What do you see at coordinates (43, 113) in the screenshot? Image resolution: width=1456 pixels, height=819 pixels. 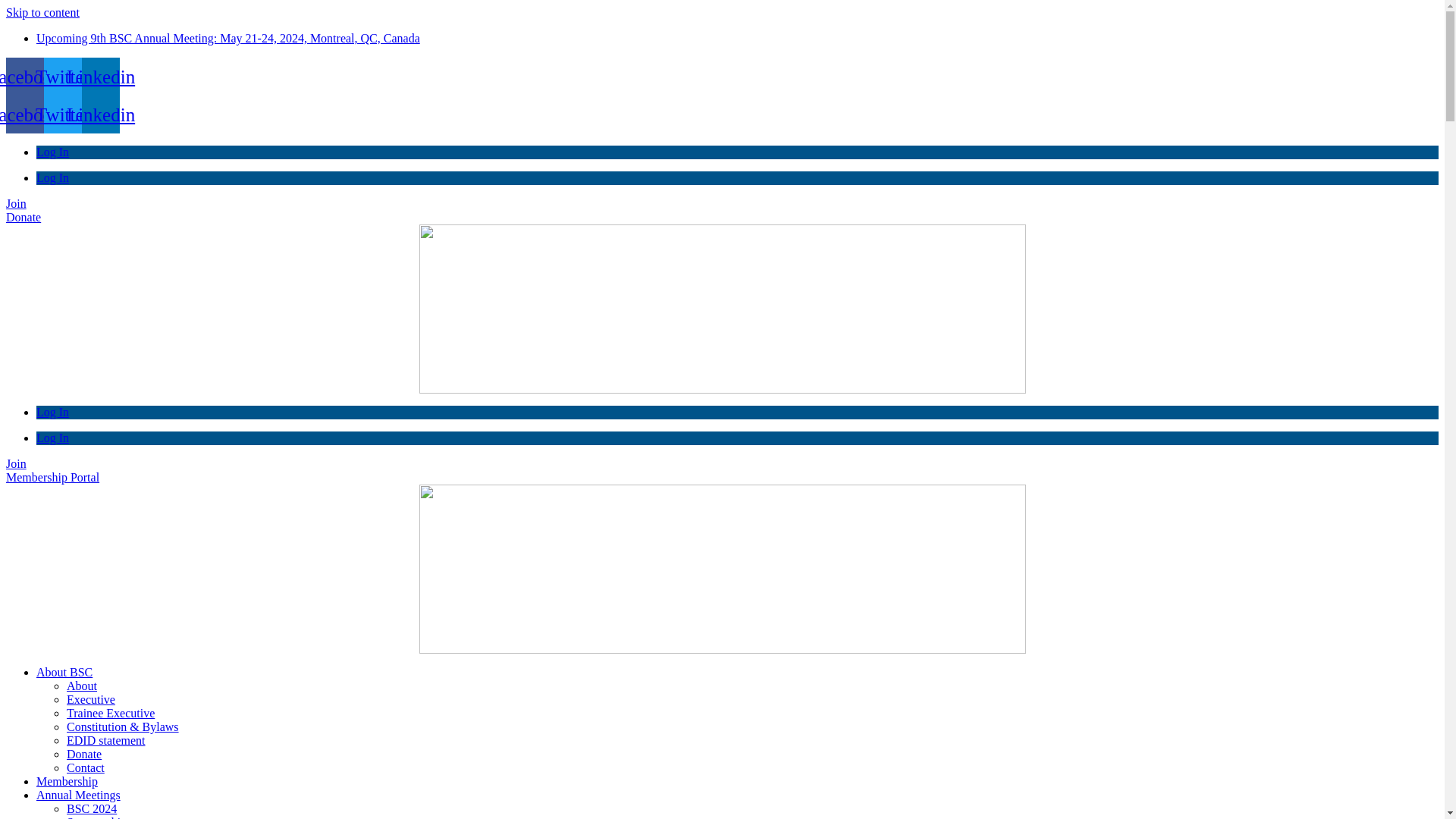 I see `'Twitter'` at bounding box center [43, 113].